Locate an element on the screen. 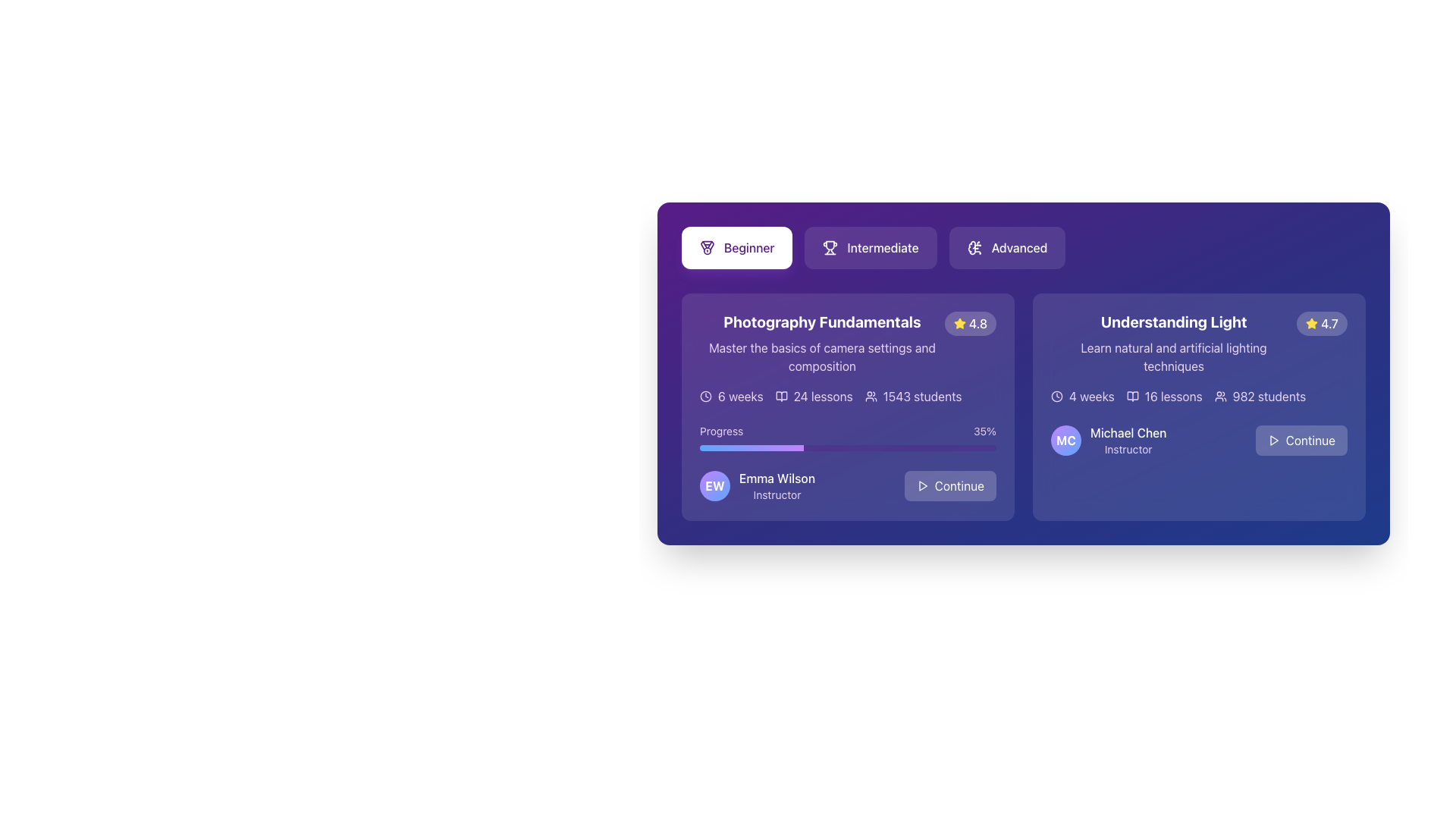 The width and height of the screenshot is (1456, 819). the small clock icon with a circular outline and hands, rendered in a light purple color, located within the course box for 'Understanding Light', positioned to the left of the text '4 weeks' is located at coordinates (1056, 396).